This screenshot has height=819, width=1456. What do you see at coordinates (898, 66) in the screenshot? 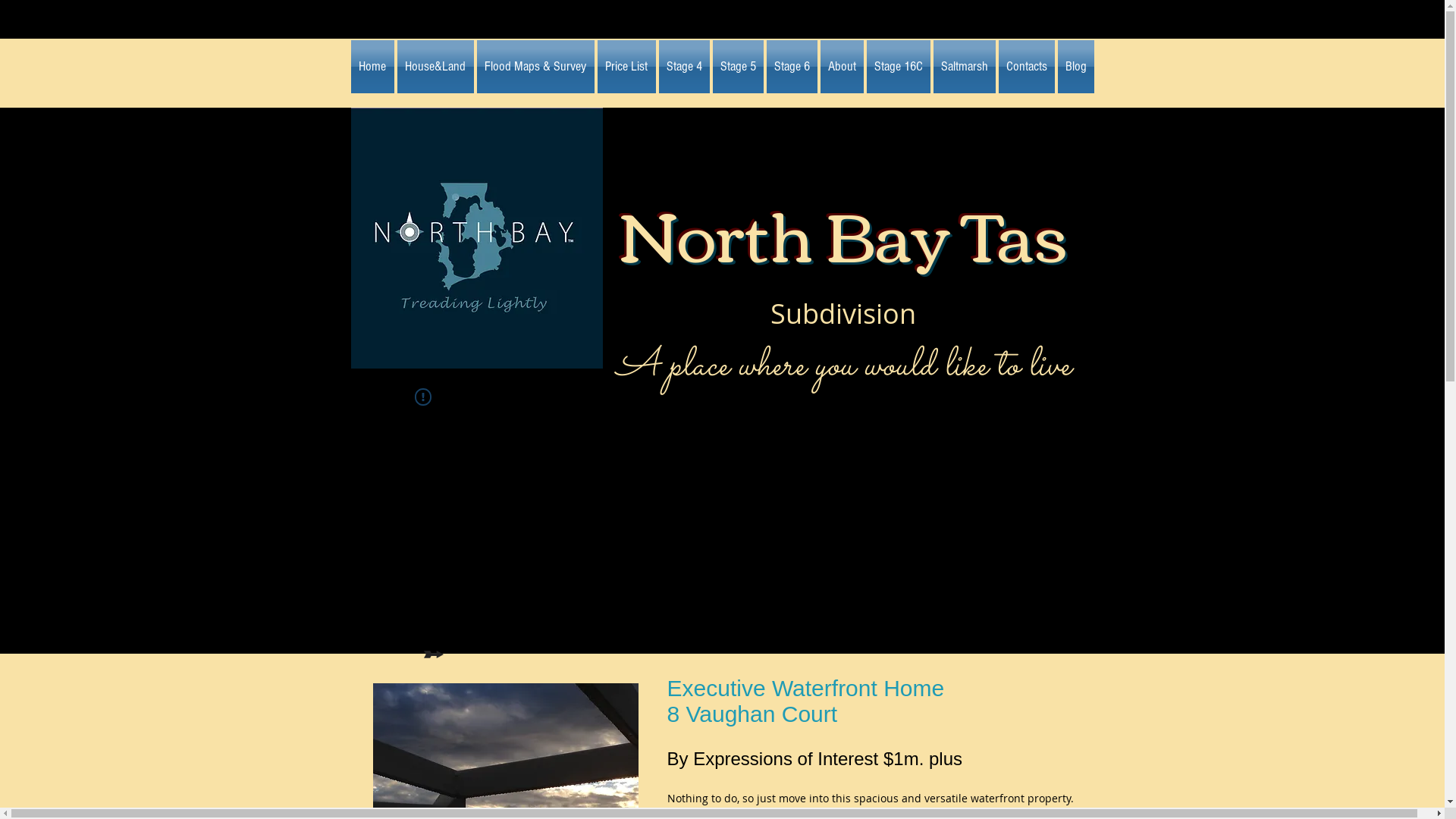
I see `'Stage 16C'` at bounding box center [898, 66].